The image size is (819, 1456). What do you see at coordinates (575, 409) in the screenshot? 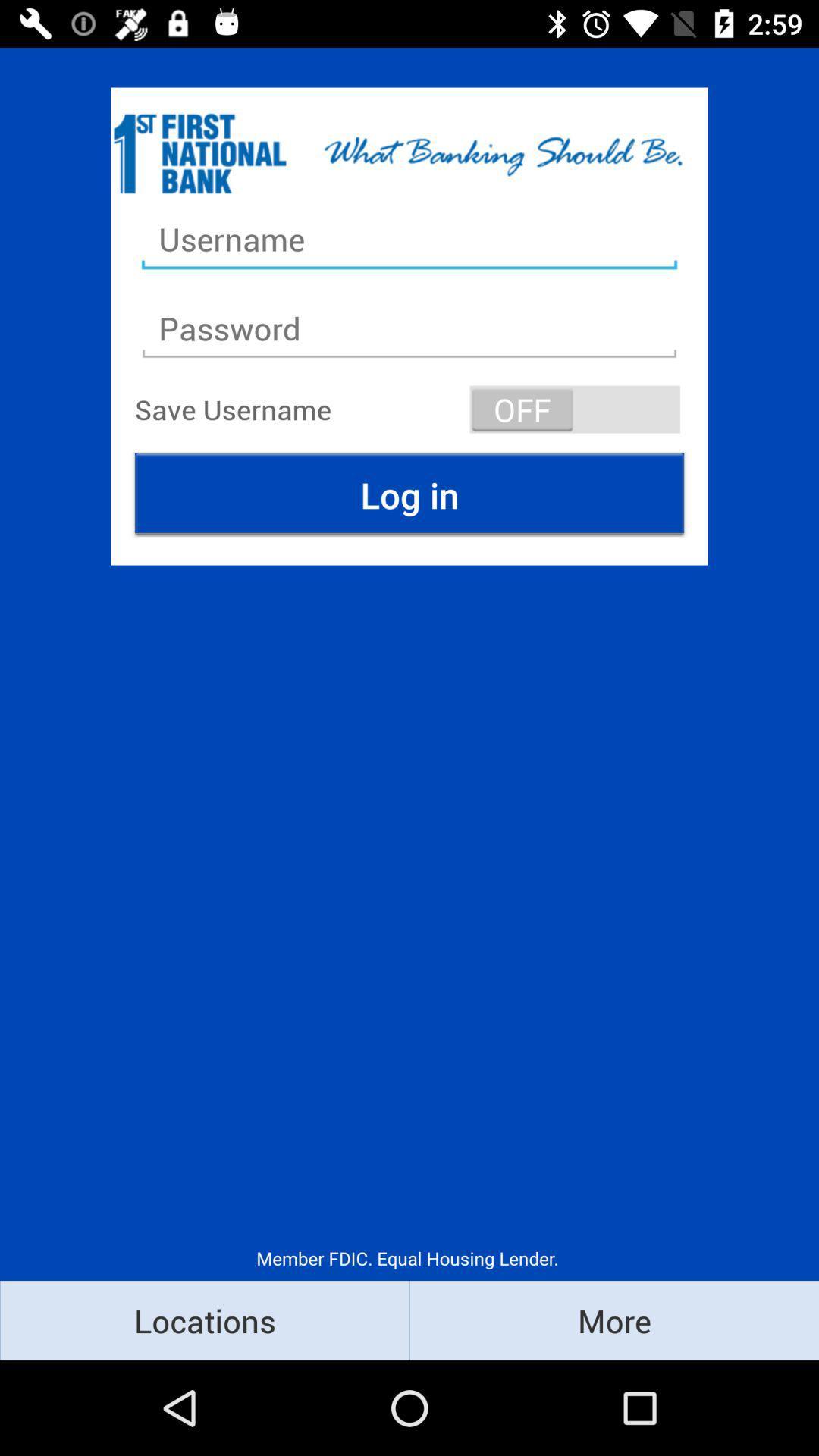
I see `the item to the right of the save username` at bounding box center [575, 409].